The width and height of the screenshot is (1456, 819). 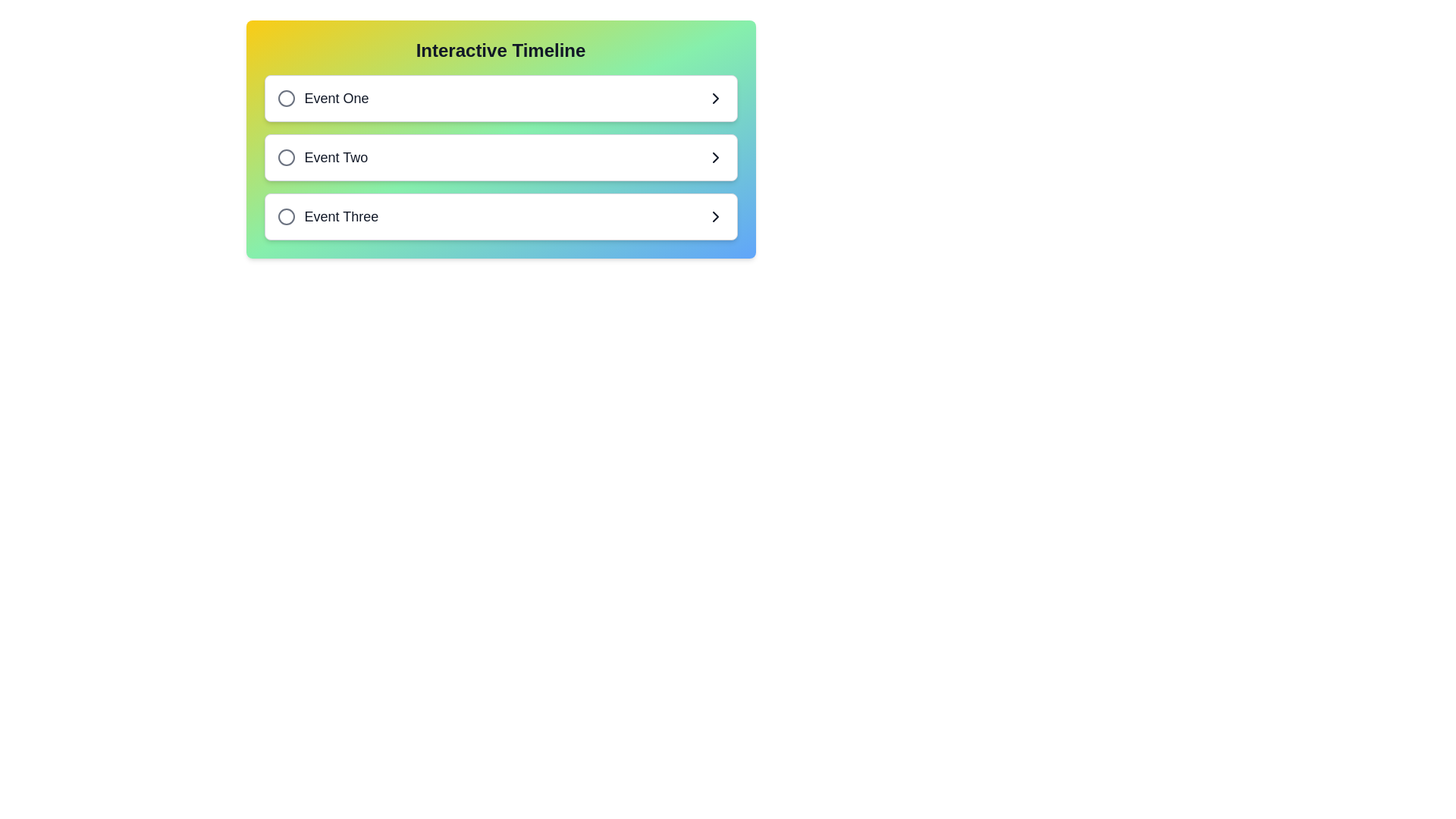 I want to click on on the 'Event Three' text label located in the third segment of the vertical list, so click(x=340, y=216).